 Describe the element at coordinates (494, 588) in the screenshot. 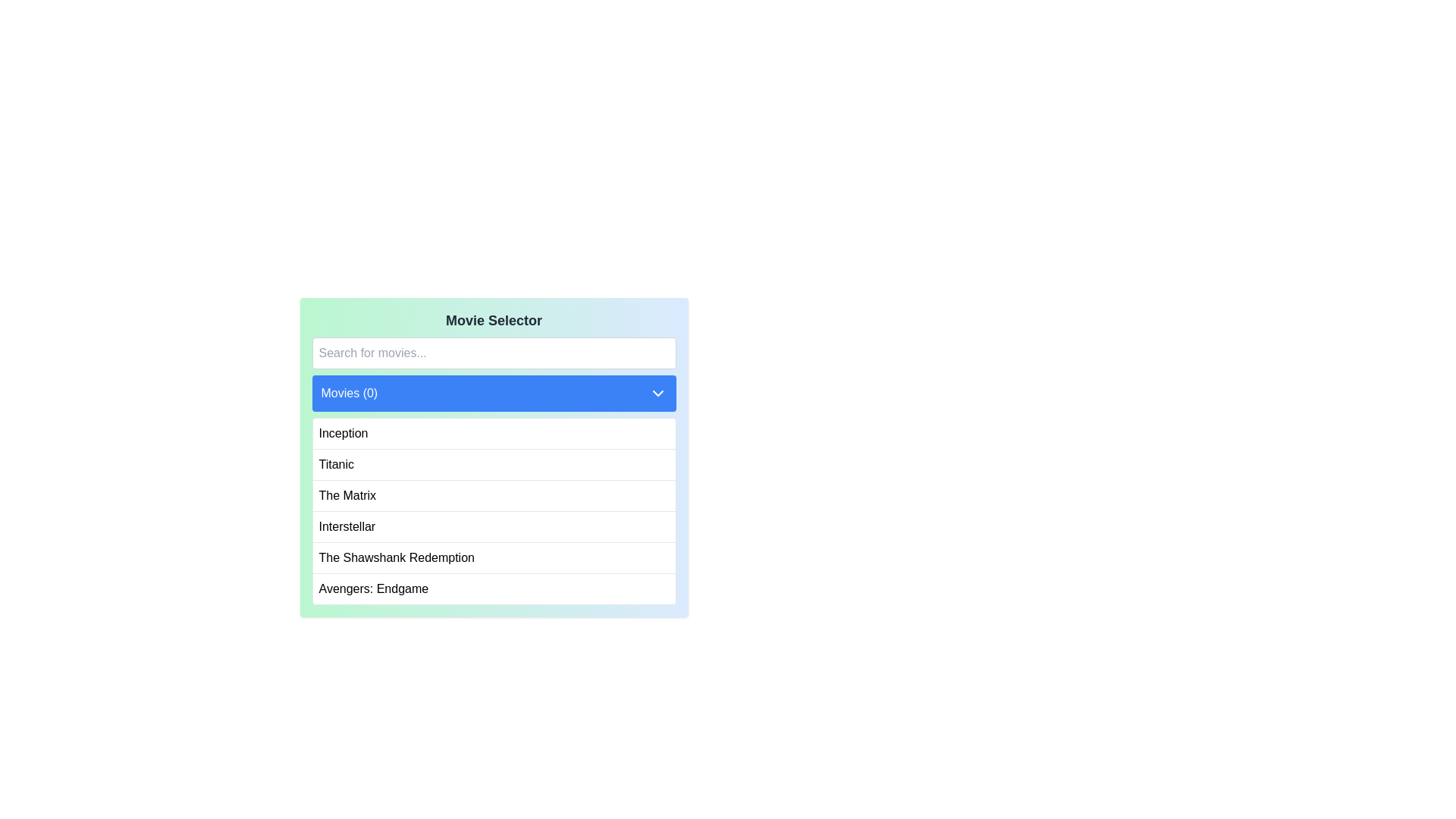

I see `the selectable row in the dropdown list for the movie 'Avengers: Endgame', which is the last item in the 'Movie Selector' dropdown` at that location.